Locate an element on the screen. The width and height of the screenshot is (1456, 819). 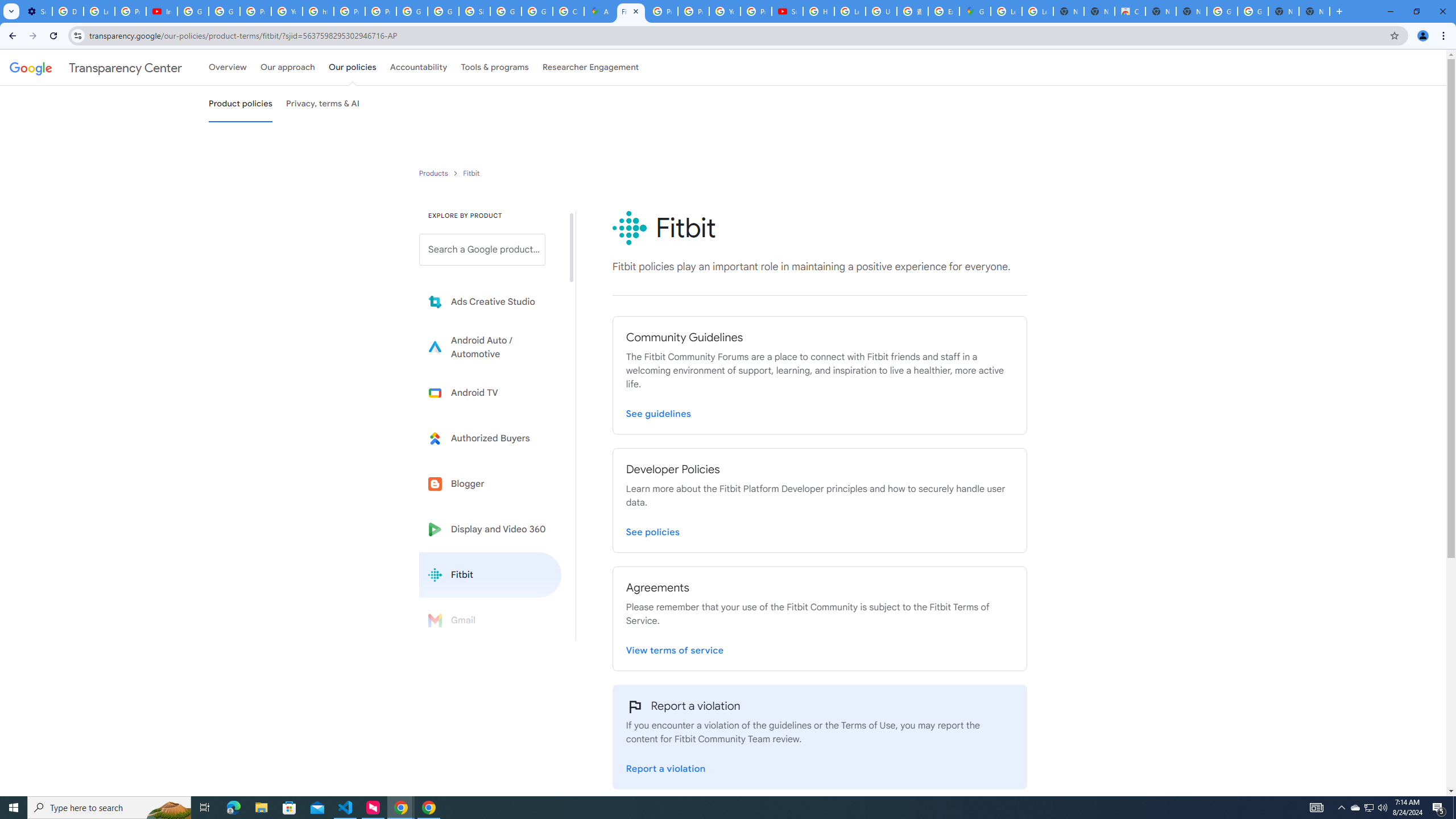
'Privacy Help Center - Policies Help' is located at coordinates (349, 11).